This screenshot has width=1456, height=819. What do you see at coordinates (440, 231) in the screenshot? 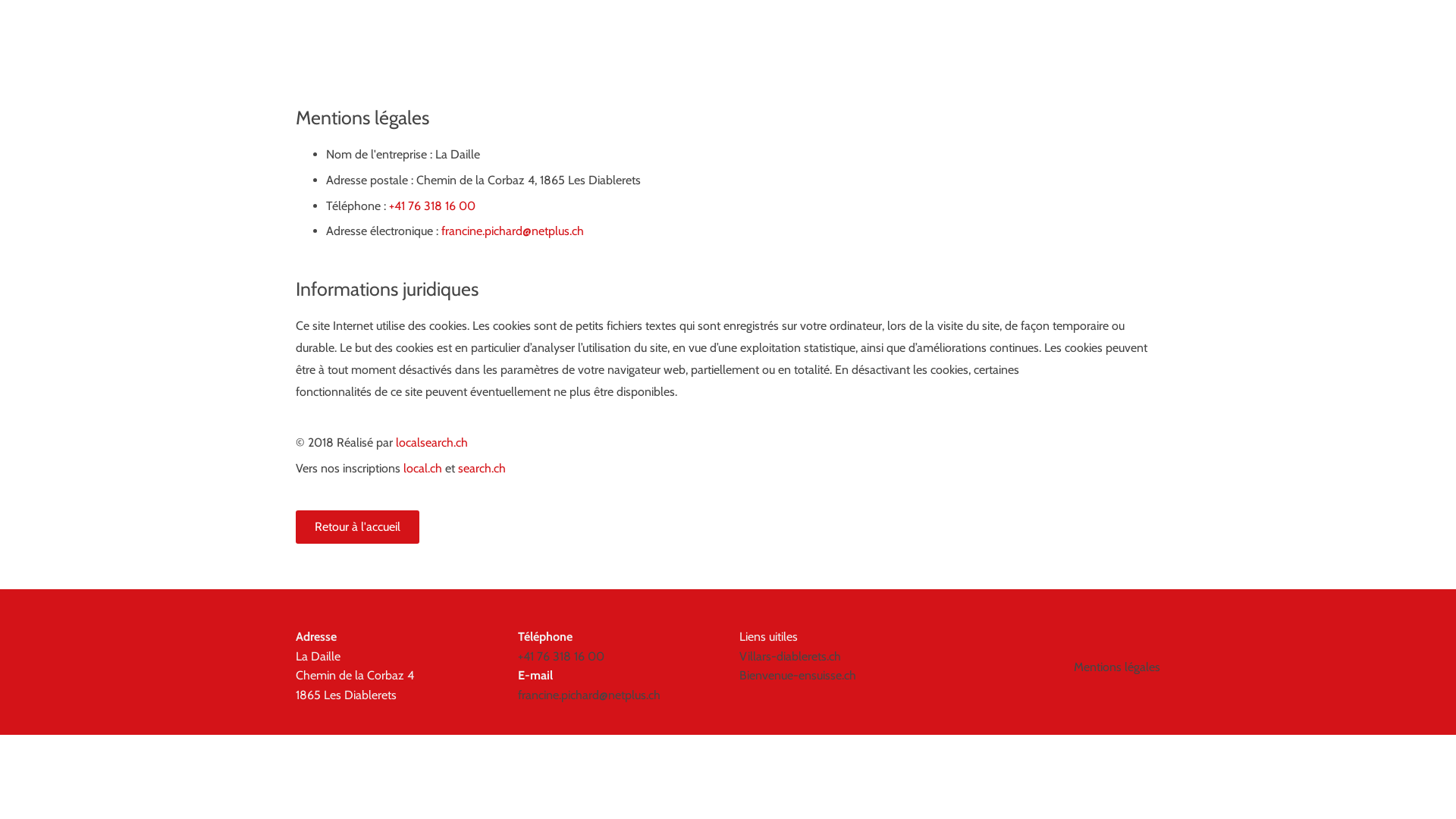
I see `'francine.pichard@netplus.ch'` at bounding box center [440, 231].